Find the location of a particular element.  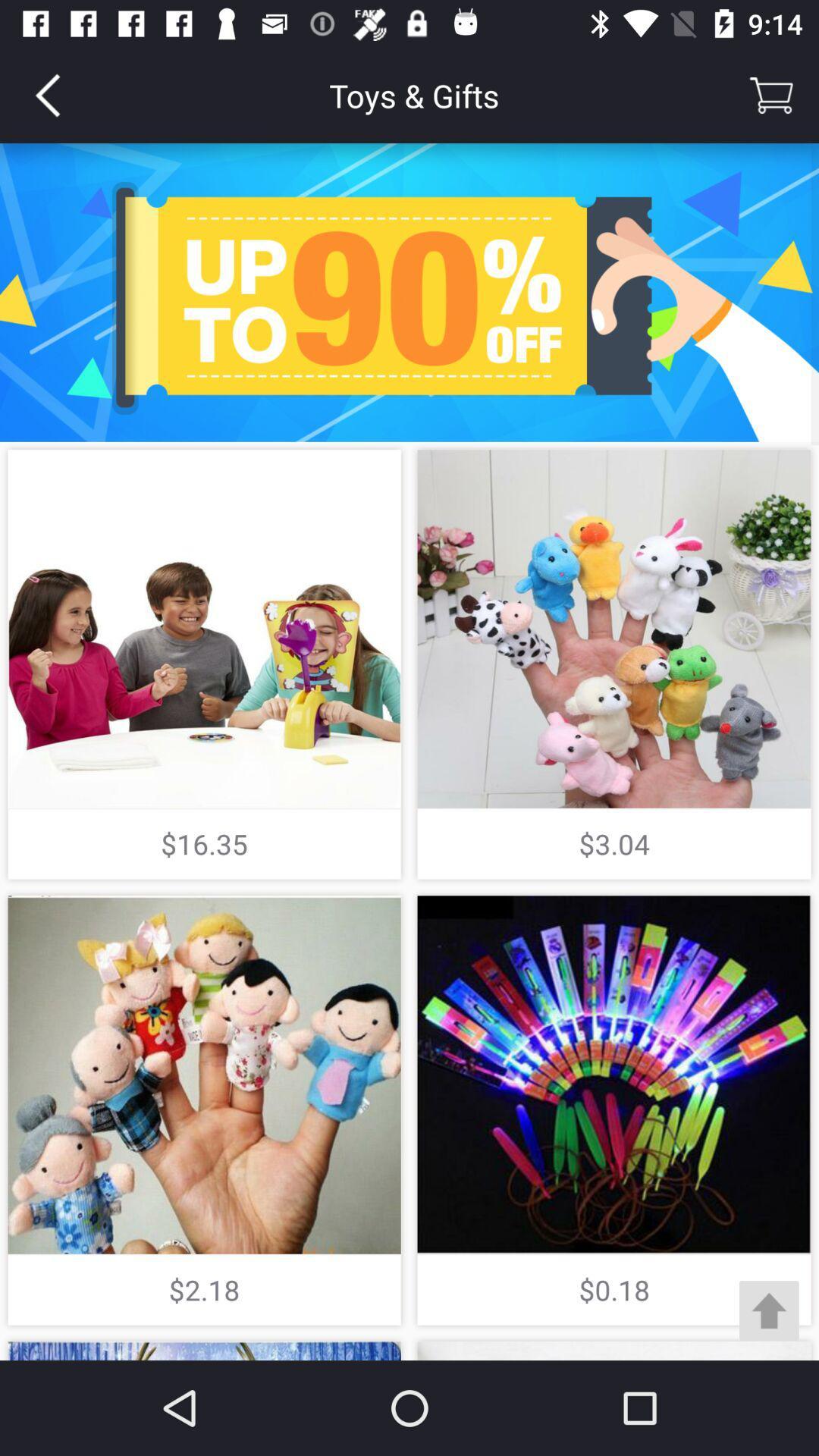

the item to the right of the toys & gifts is located at coordinates (771, 94).